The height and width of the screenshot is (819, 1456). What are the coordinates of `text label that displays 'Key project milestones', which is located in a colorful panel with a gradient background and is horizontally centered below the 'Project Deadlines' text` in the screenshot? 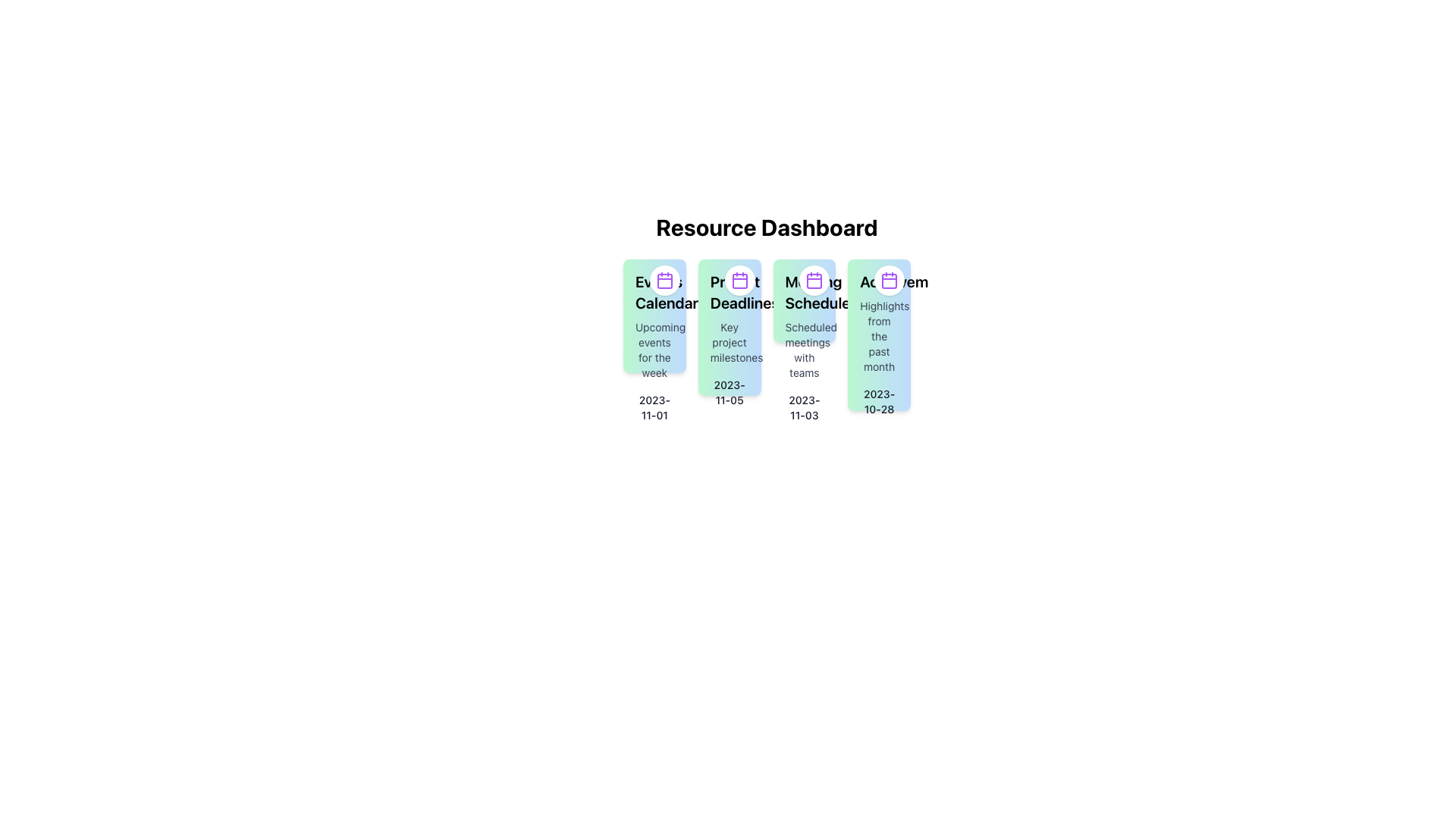 It's located at (730, 342).